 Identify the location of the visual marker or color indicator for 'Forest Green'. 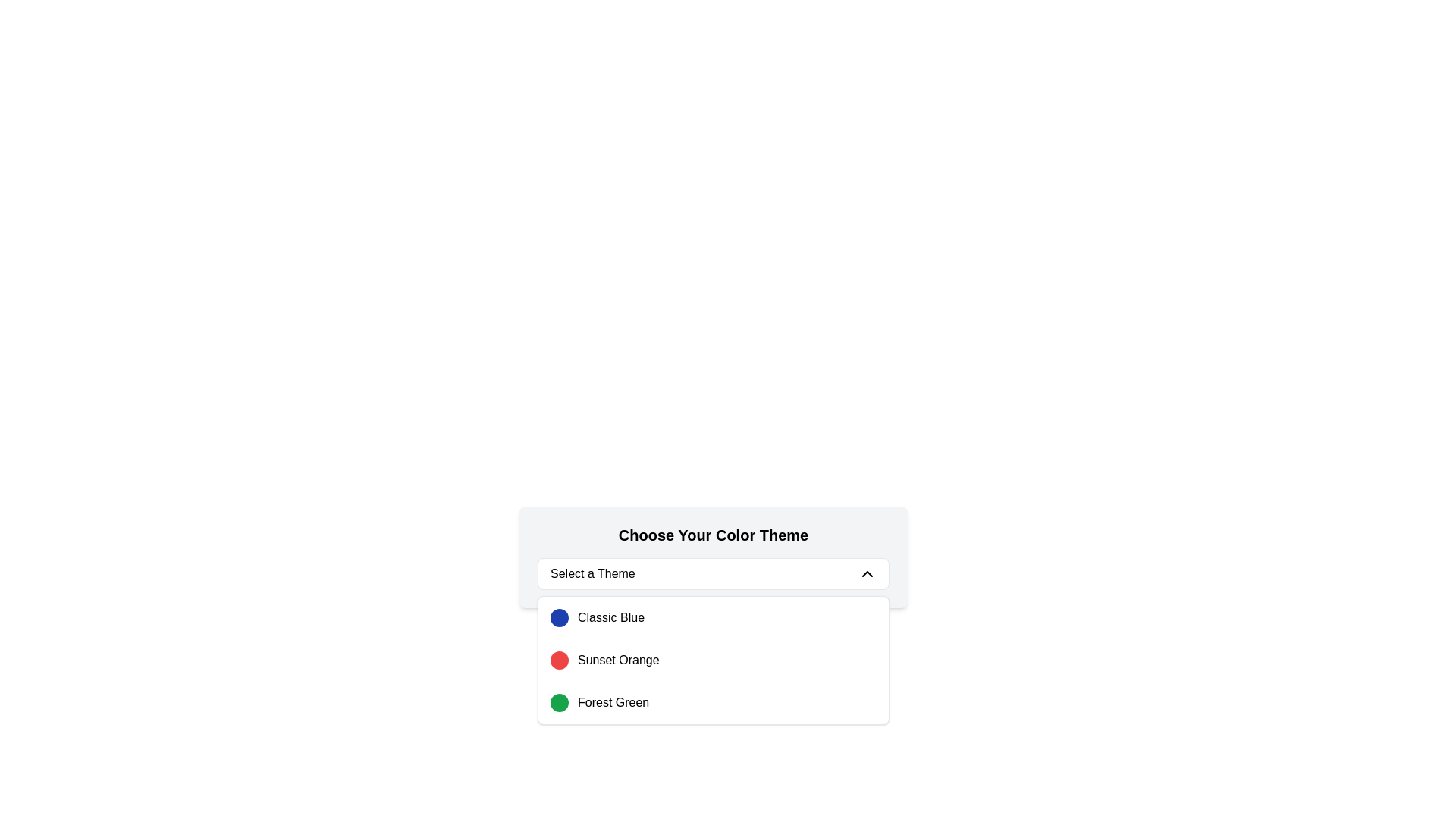
(559, 702).